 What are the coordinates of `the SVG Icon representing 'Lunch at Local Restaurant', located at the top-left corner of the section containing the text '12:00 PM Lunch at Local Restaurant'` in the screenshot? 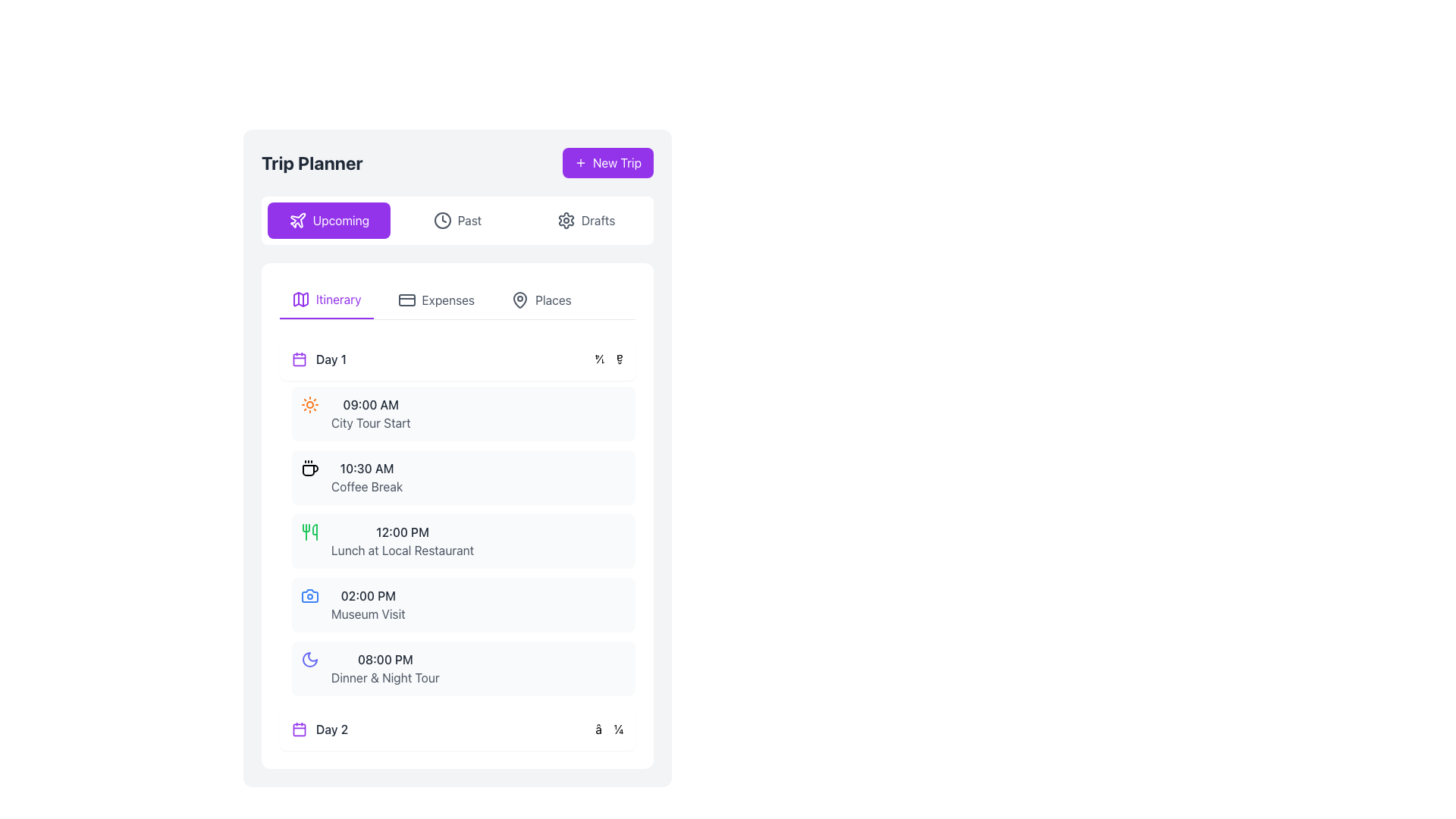 It's located at (309, 532).